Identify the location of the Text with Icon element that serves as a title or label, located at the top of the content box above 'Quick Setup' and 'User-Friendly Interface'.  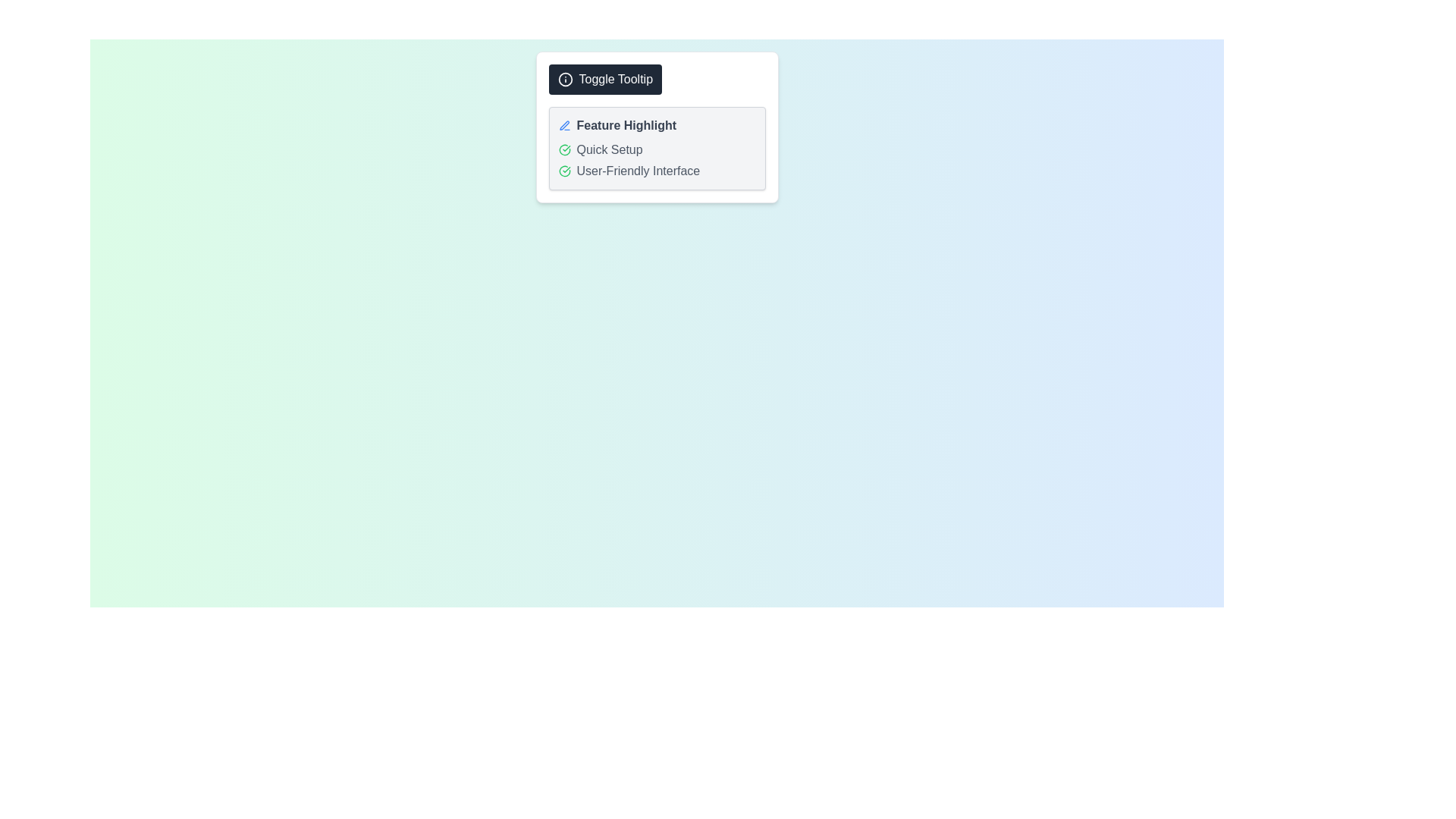
(657, 124).